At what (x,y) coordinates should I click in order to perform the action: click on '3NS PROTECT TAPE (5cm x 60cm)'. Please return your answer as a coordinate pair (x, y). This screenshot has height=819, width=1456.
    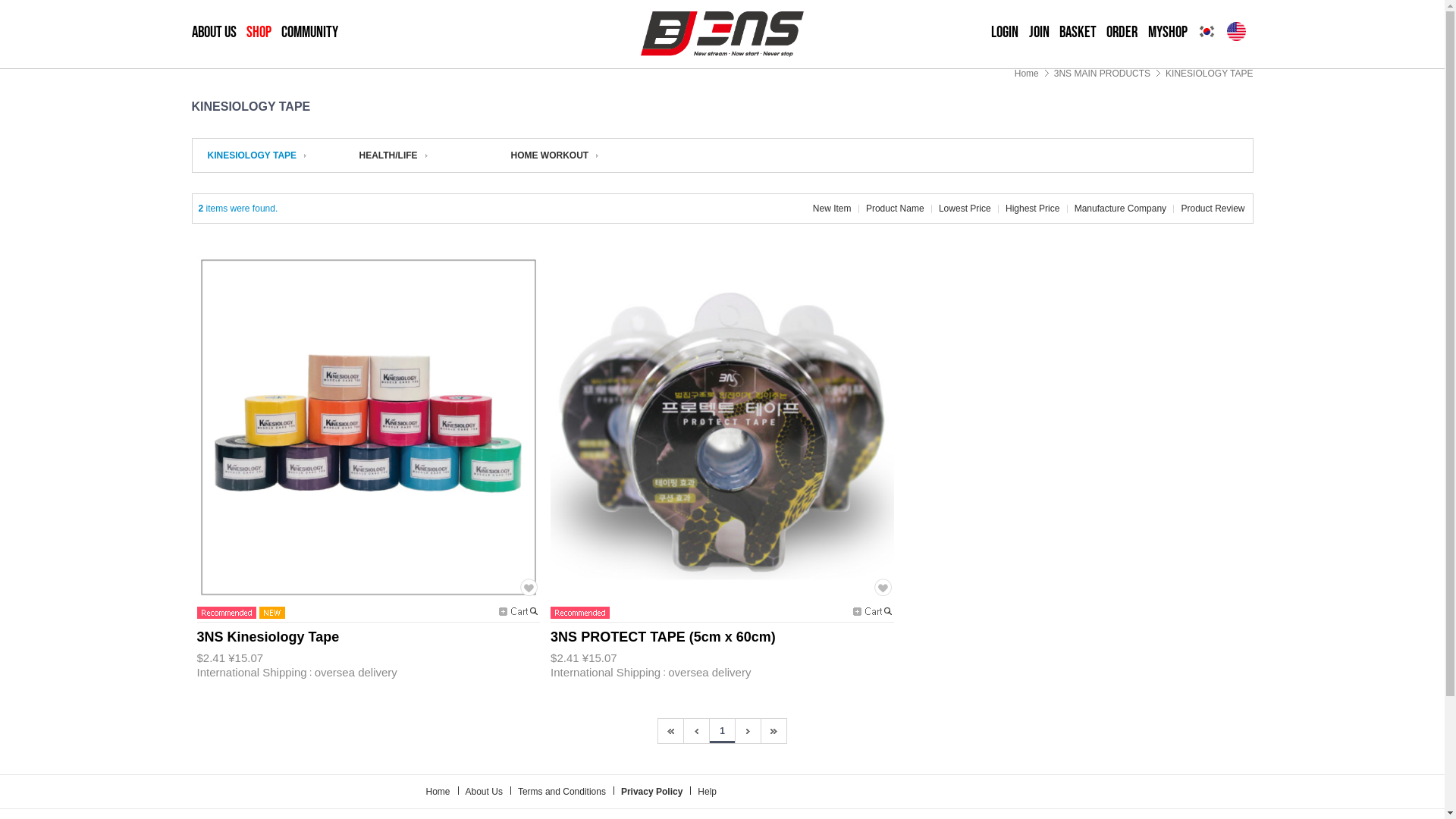
    Looking at the image, I should click on (663, 638).